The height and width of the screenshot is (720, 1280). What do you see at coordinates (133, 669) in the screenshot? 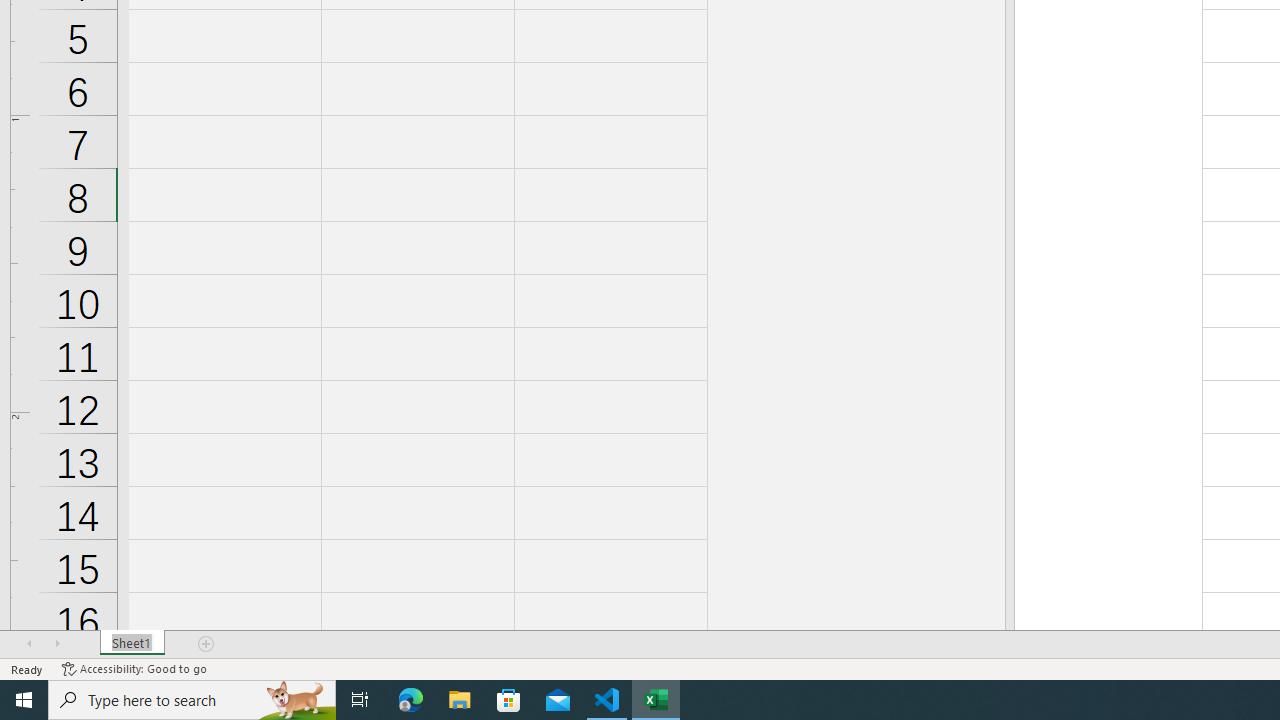
I see `'Accessibility Checker Accessibility: Good to go'` at bounding box center [133, 669].